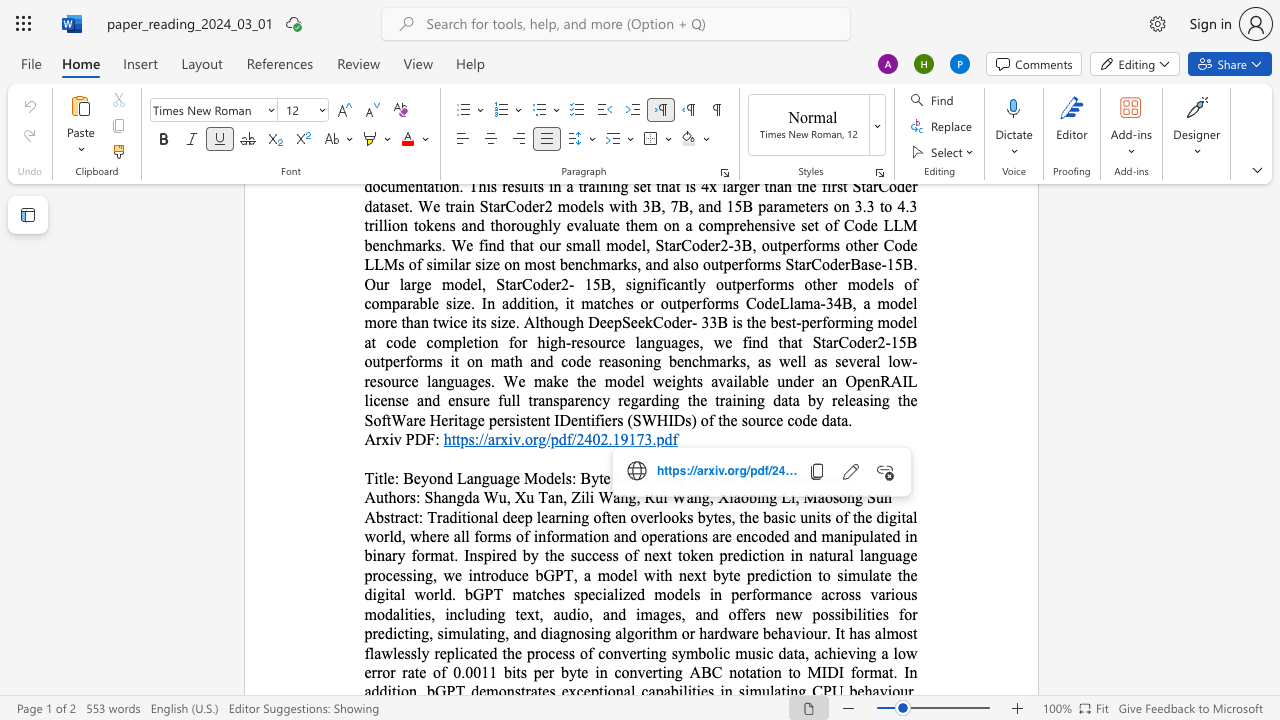 The height and width of the screenshot is (720, 1280). Describe the element at coordinates (837, 478) in the screenshot. I see `the 5th character "o" in the text` at that location.